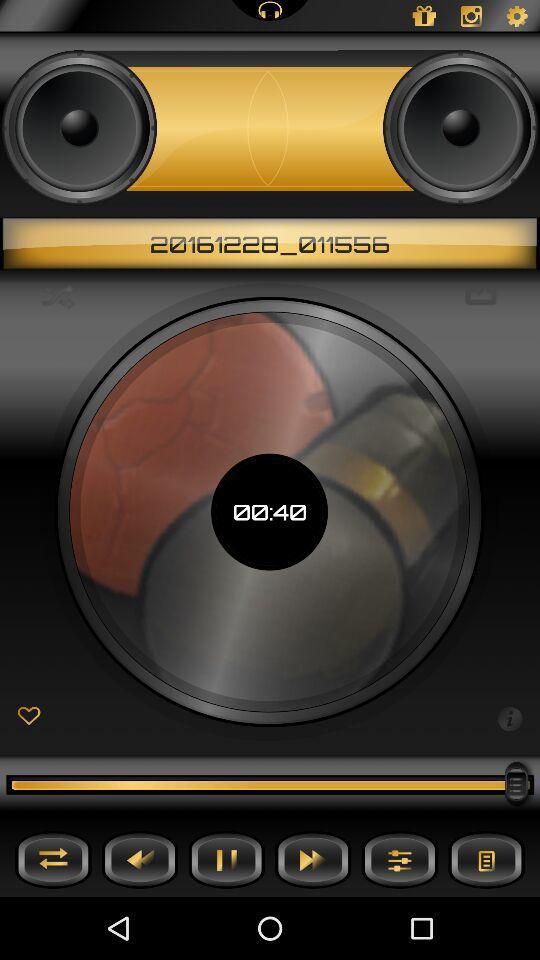 Image resolution: width=540 pixels, height=960 pixels. Describe the element at coordinates (28, 717) in the screenshot. I see `the favorite icon` at that location.